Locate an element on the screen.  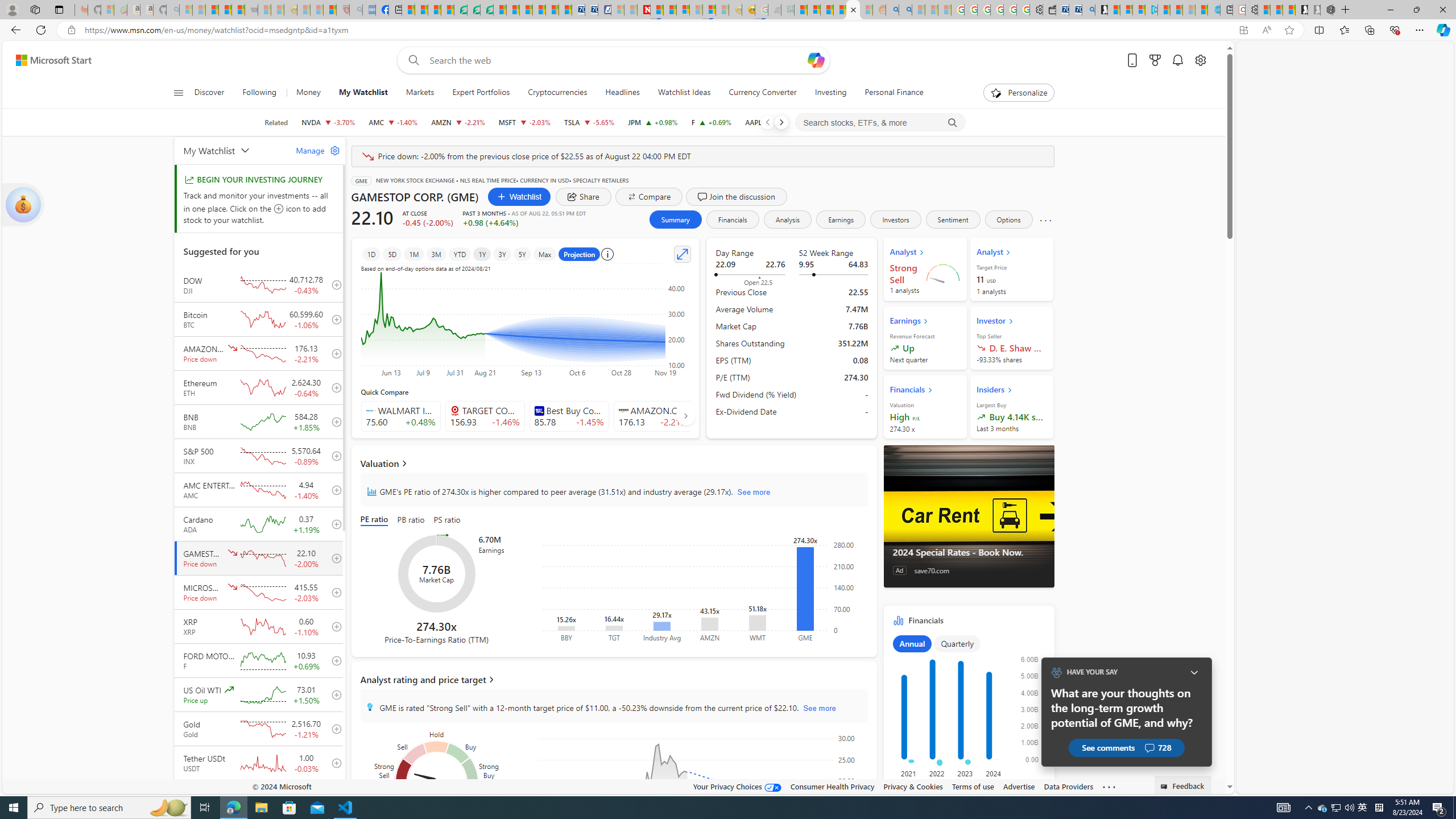
'Investing' is located at coordinates (830, 92).